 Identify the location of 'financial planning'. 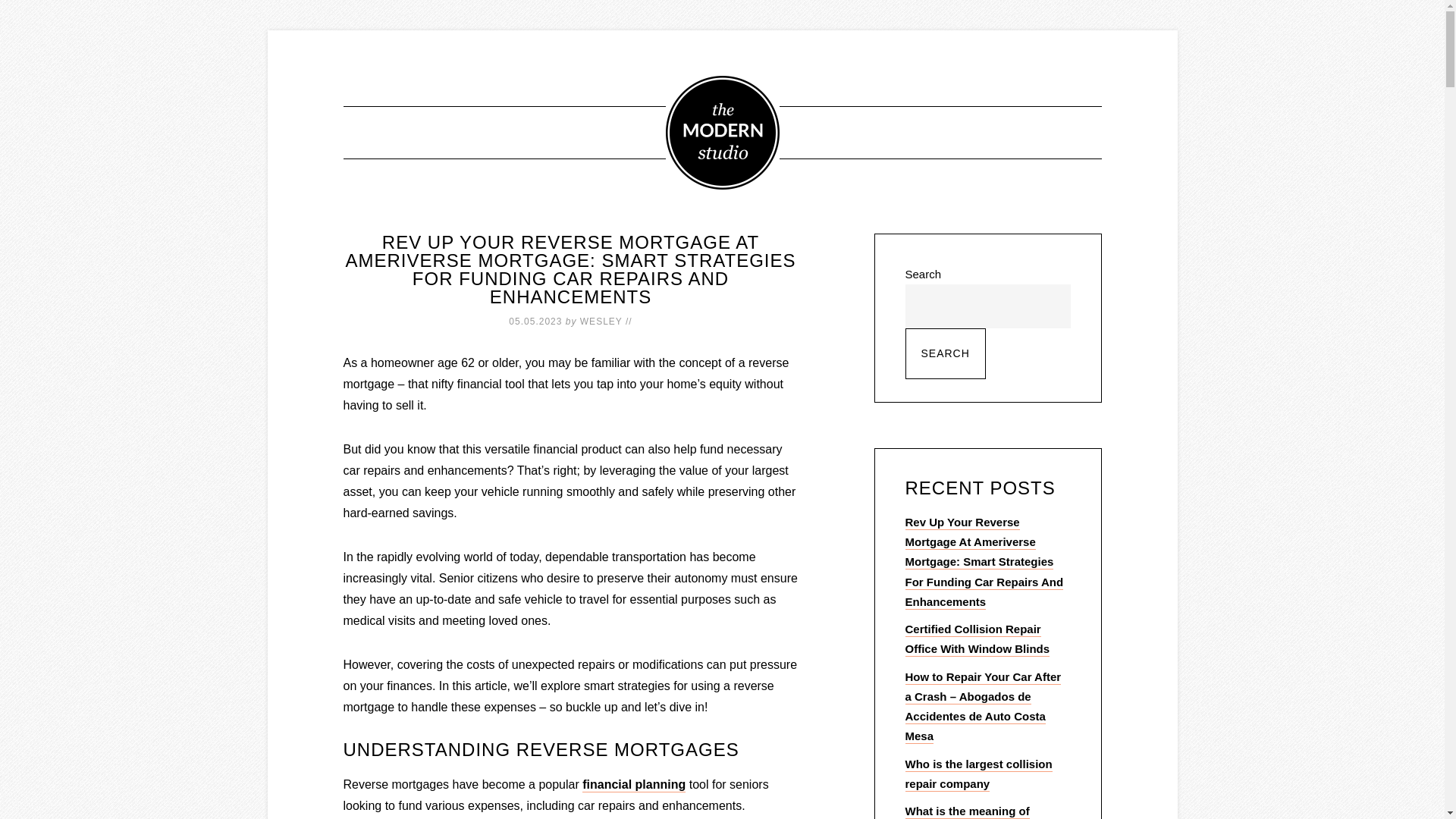
(633, 785).